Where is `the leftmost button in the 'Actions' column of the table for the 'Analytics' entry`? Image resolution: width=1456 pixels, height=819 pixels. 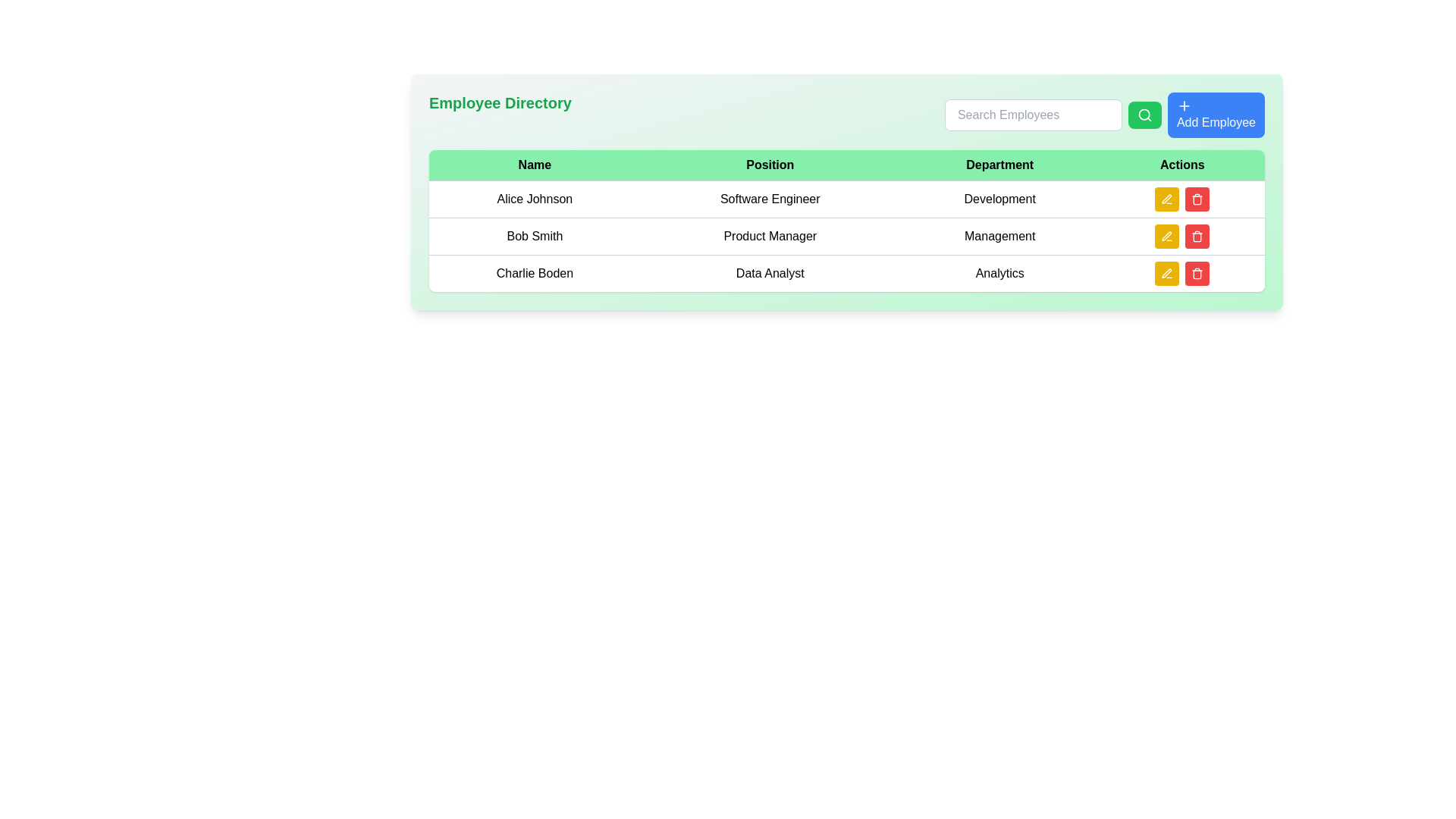 the leftmost button in the 'Actions' column of the table for the 'Analytics' entry is located at coordinates (1166, 274).